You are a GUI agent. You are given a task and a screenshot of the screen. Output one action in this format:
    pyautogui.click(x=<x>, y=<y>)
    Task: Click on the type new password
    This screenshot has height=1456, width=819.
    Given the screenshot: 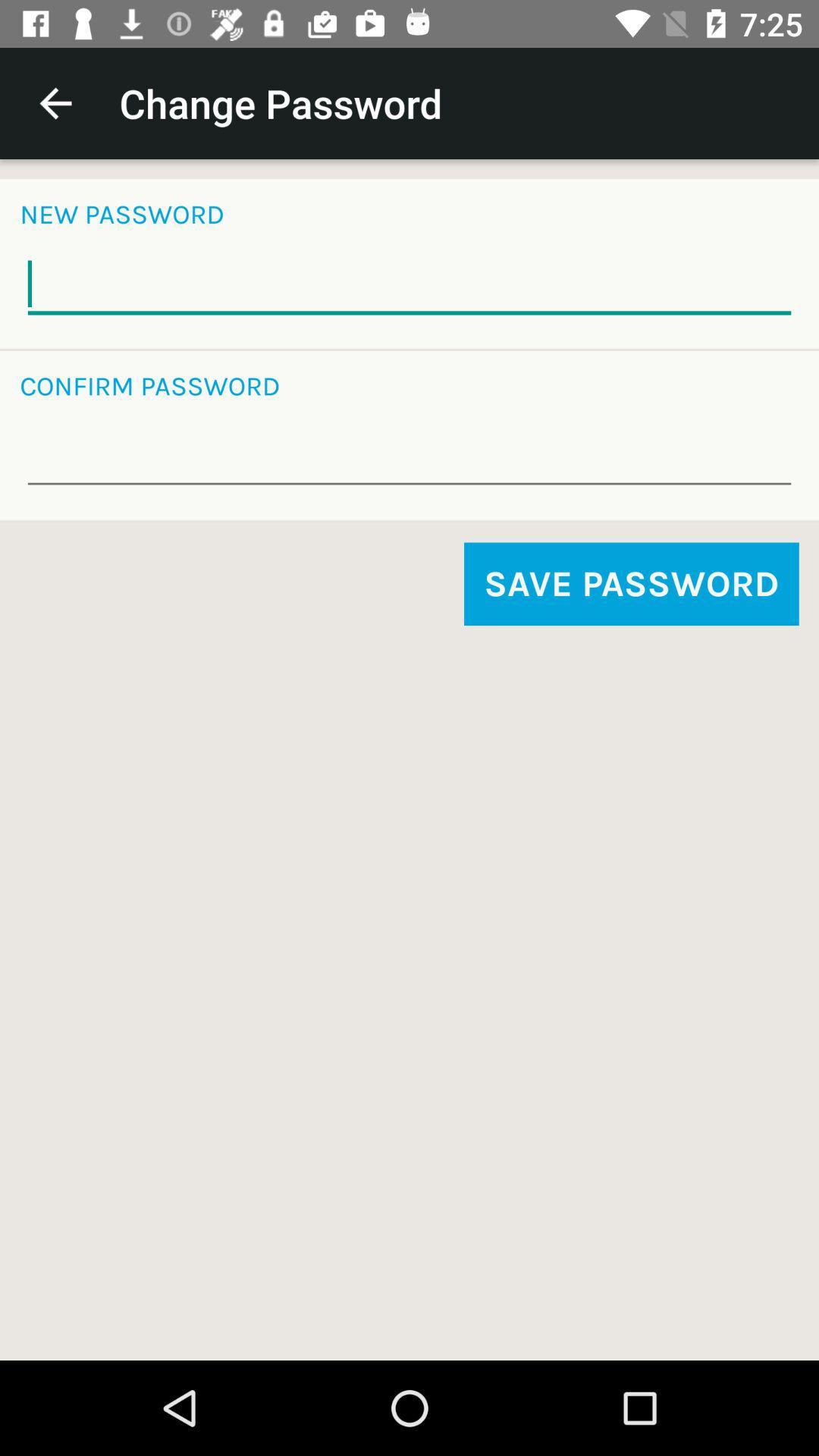 What is the action you would take?
    pyautogui.click(x=409, y=284)
    